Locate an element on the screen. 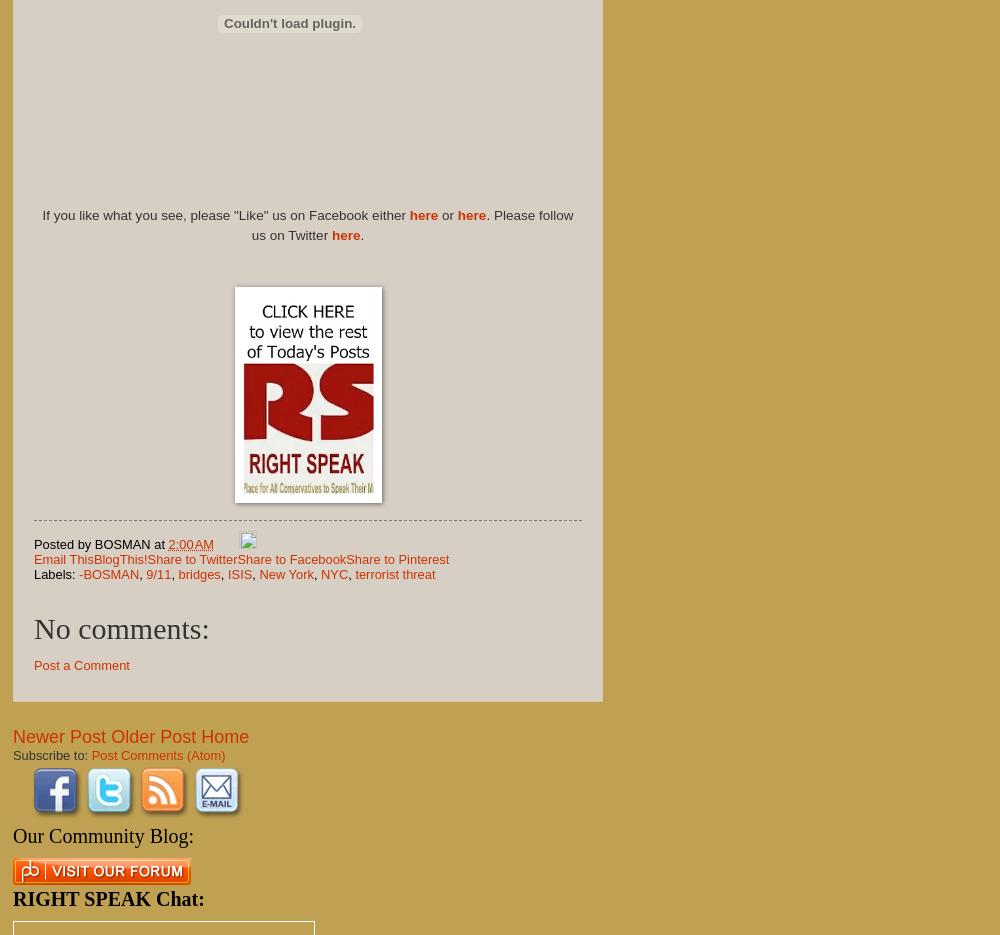  'Share to Pinterest' is located at coordinates (397, 558).